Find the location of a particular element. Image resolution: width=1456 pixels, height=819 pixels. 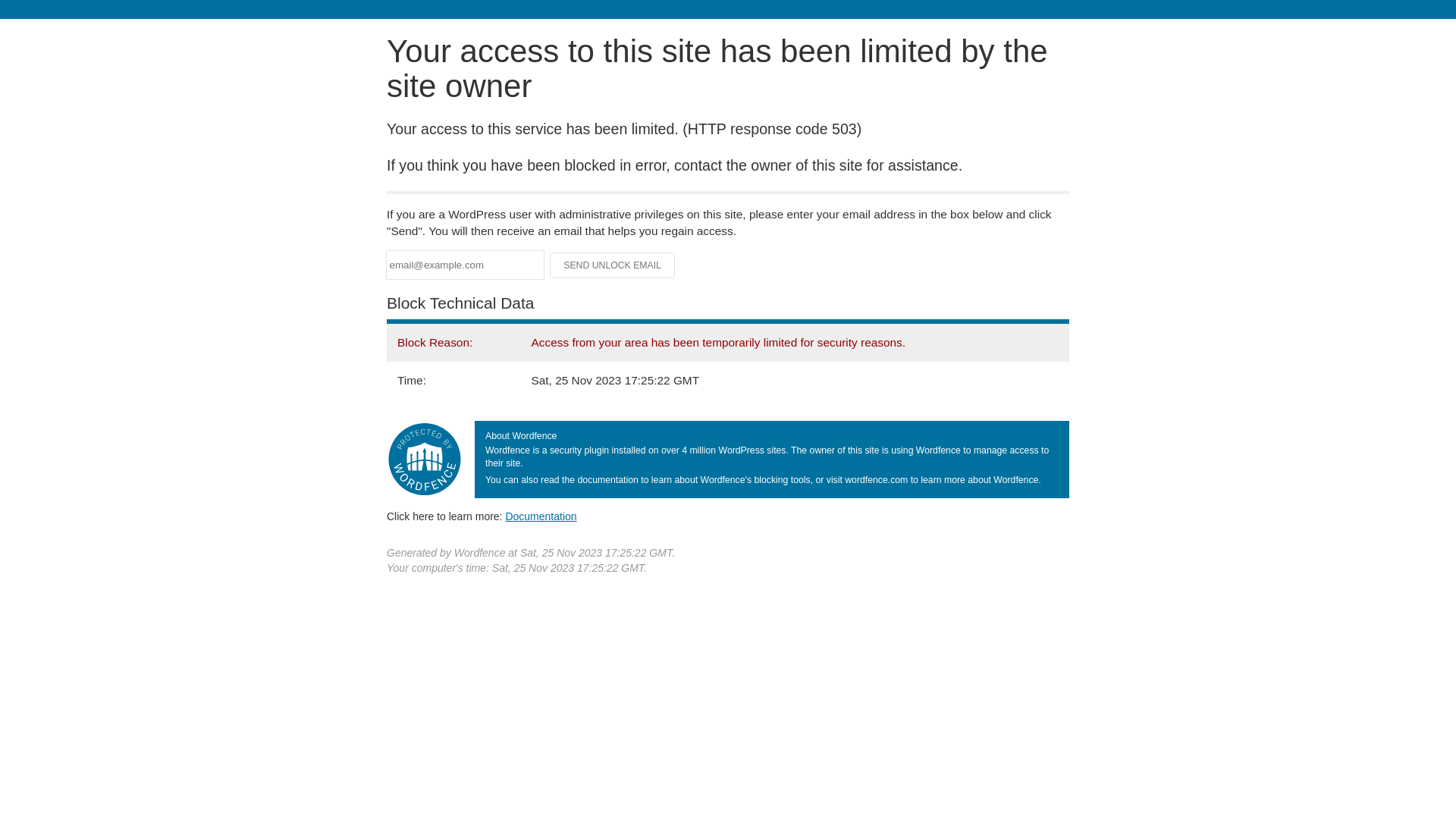

'Documentation' is located at coordinates (541, 516).